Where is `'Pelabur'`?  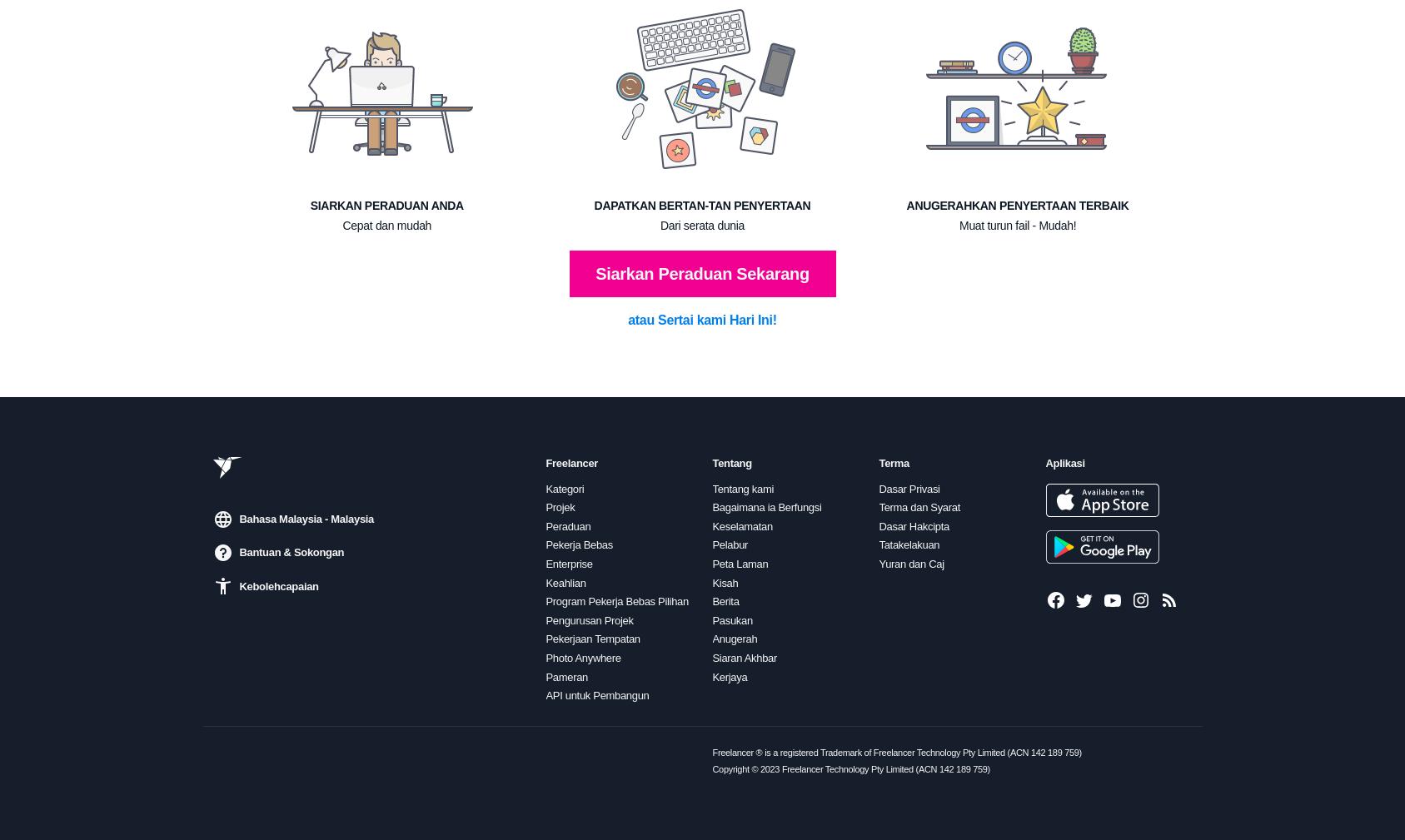
'Pelabur' is located at coordinates (730, 544).